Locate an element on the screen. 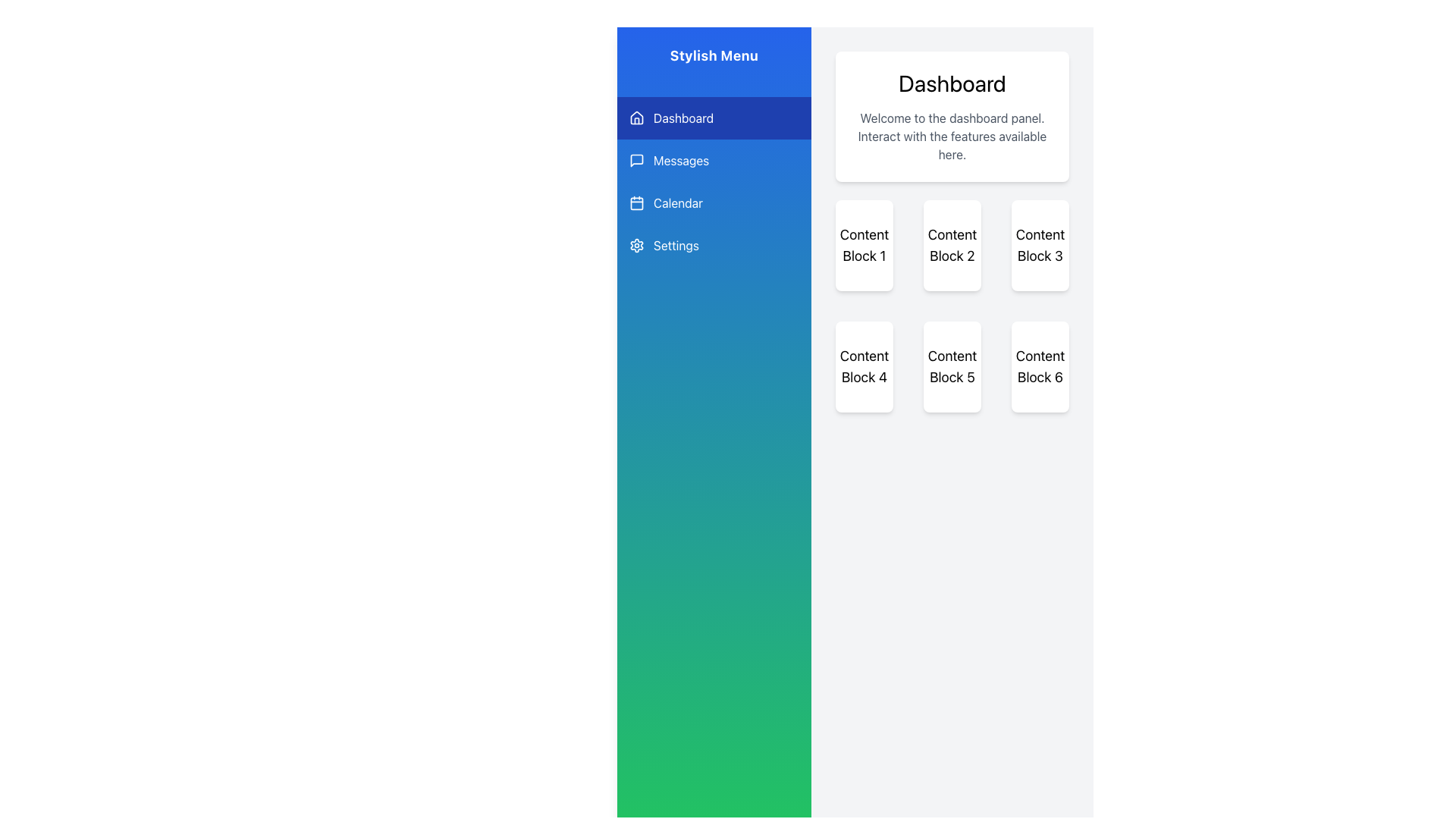 This screenshot has height=819, width=1456. the 'Settings' icon located in the left sidebar menu, positioned to the right of the text 'Settings' is located at coordinates (637, 245).